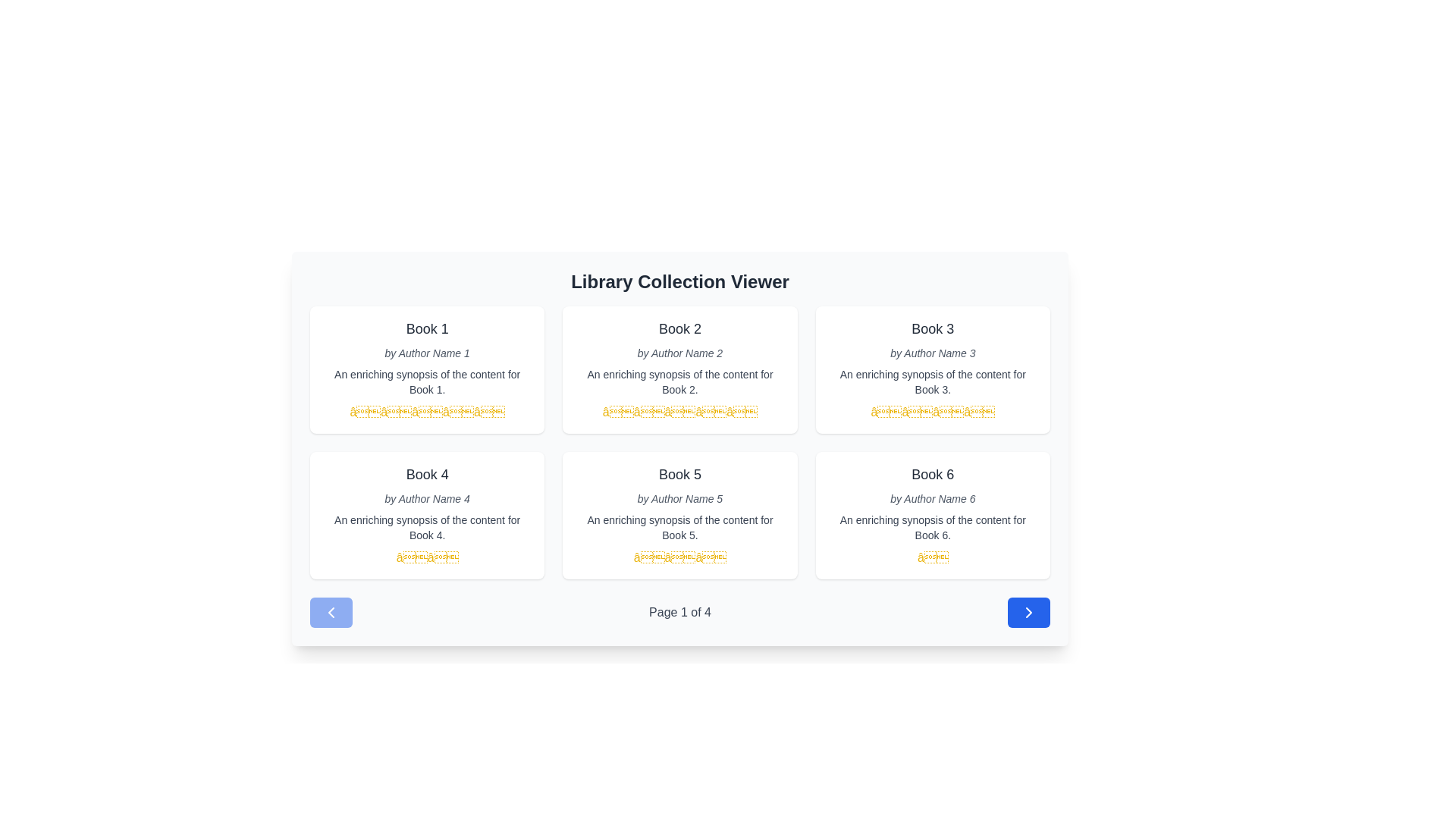 The image size is (1456, 819). Describe the element at coordinates (426, 412) in the screenshot. I see `the five-star rating display located at the bottom of the card for 'Book 1', which visually indicates the rating associated with the book` at that location.